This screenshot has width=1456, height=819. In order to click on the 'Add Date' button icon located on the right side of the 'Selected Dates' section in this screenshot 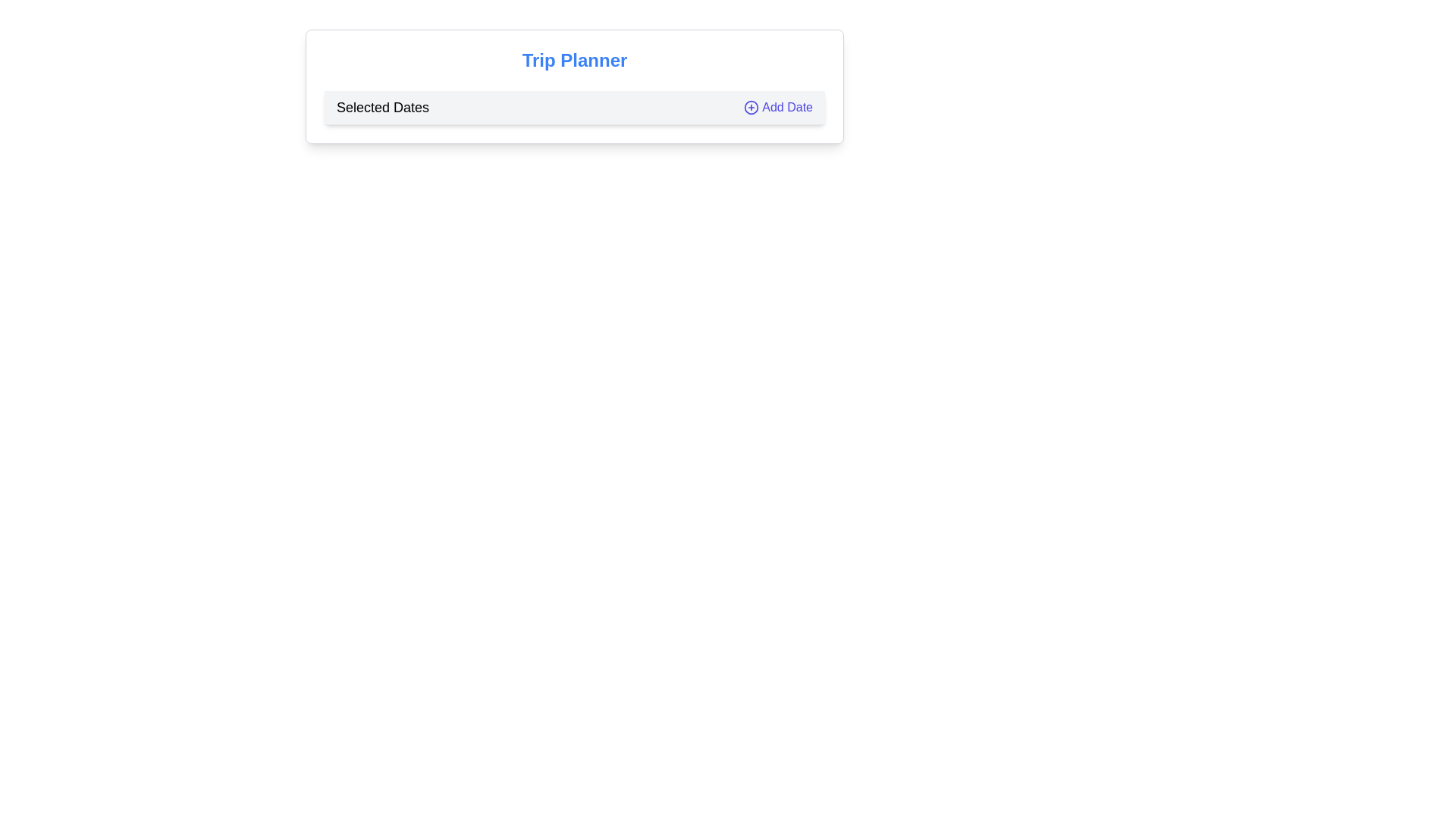, I will do `click(752, 107)`.